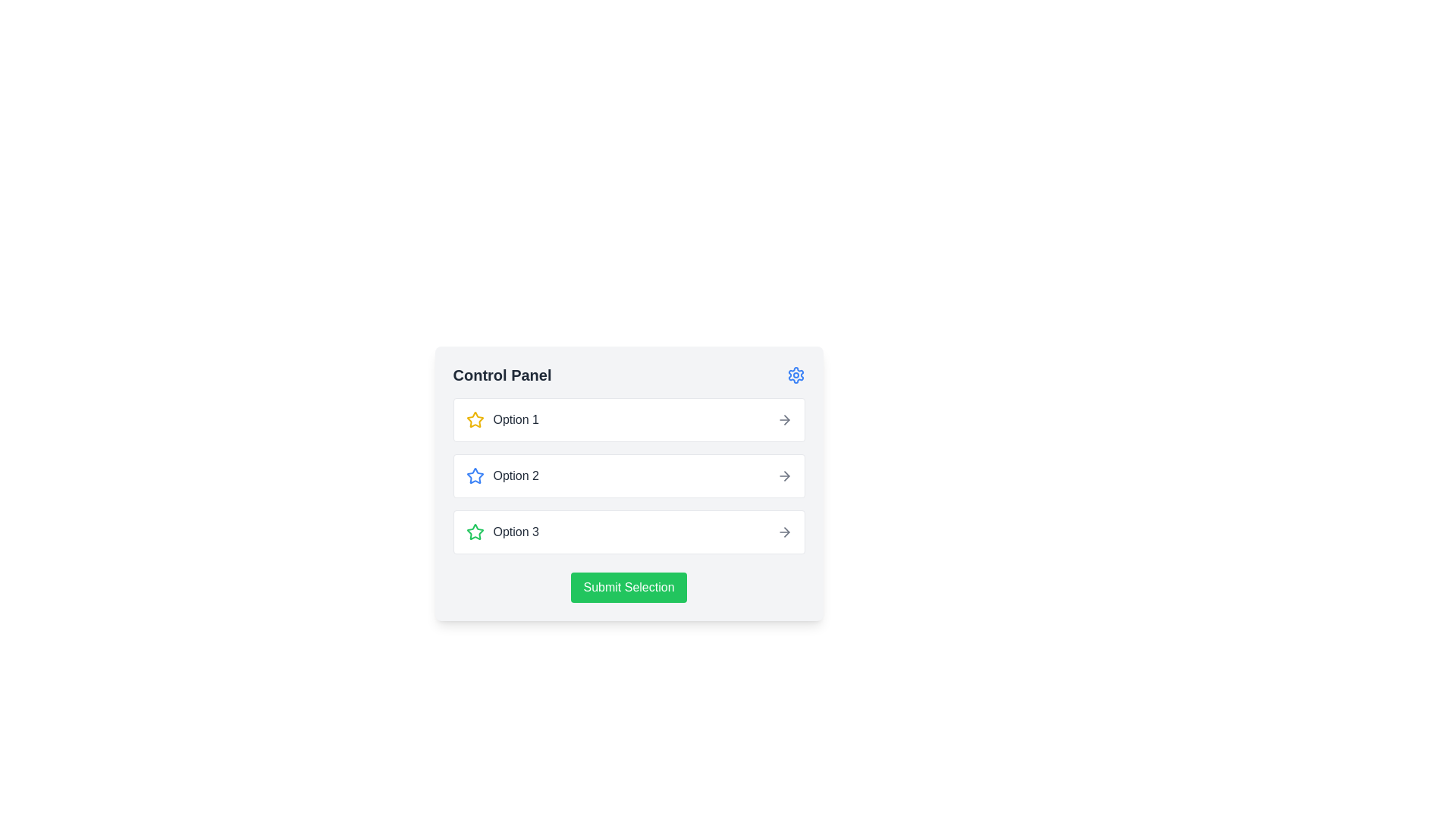 The width and height of the screenshot is (1456, 819). Describe the element at coordinates (786, 532) in the screenshot. I see `the arrow icon located at the rightmost position of the third row (Option 3 row)` at that location.